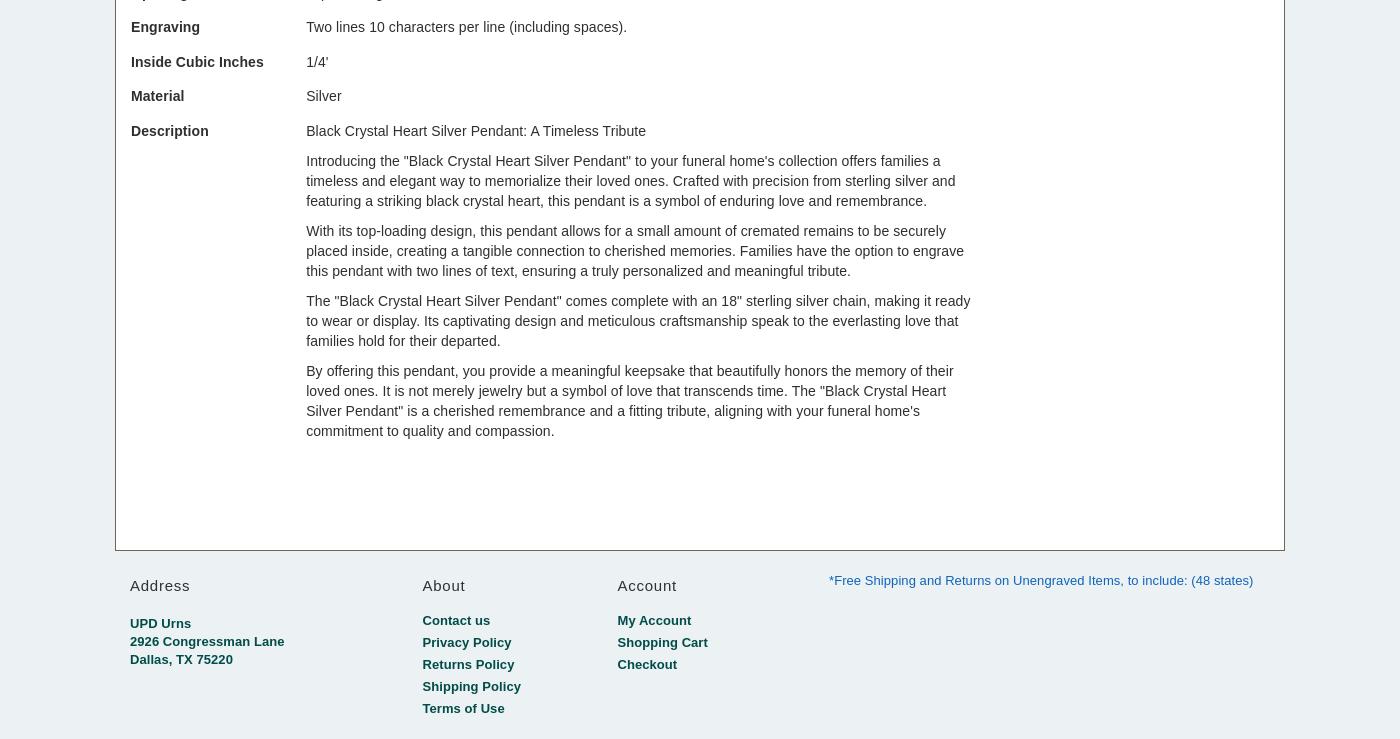  Describe the element at coordinates (455, 618) in the screenshot. I see `'Contact us'` at that location.